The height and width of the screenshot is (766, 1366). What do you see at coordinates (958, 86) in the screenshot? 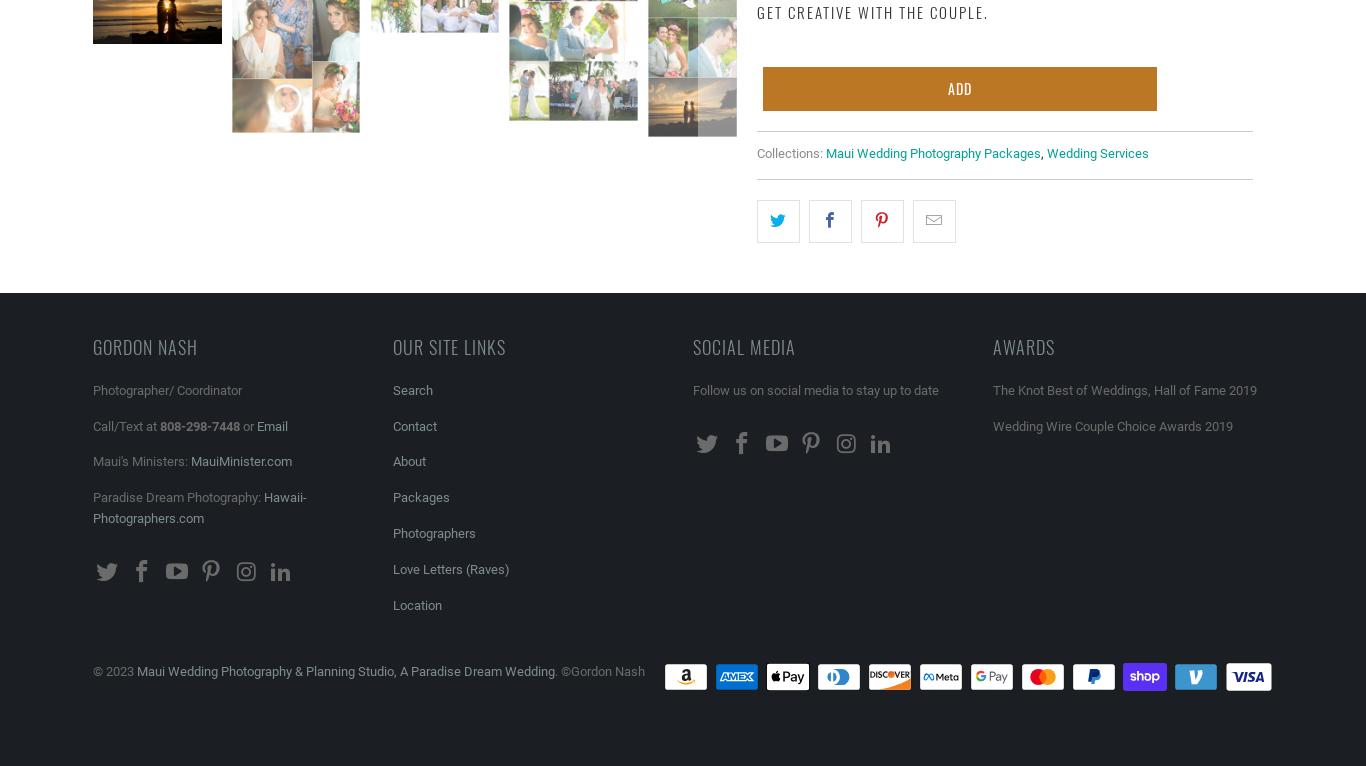
I see `'ADD'` at bounding box center [958, 86].